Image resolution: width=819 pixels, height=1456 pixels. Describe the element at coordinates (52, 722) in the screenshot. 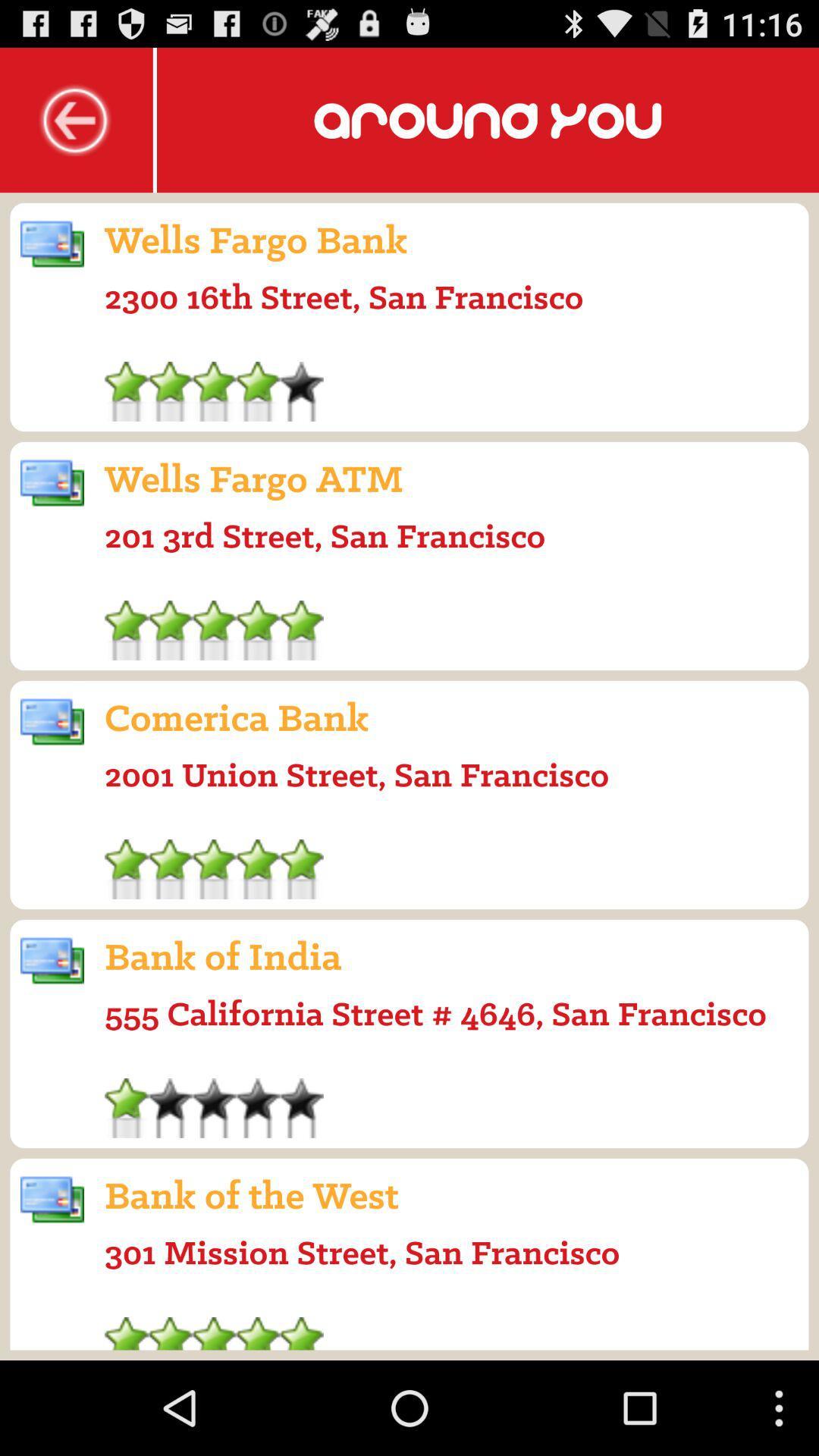

I see `the third icon left to comerica bank` at that location.